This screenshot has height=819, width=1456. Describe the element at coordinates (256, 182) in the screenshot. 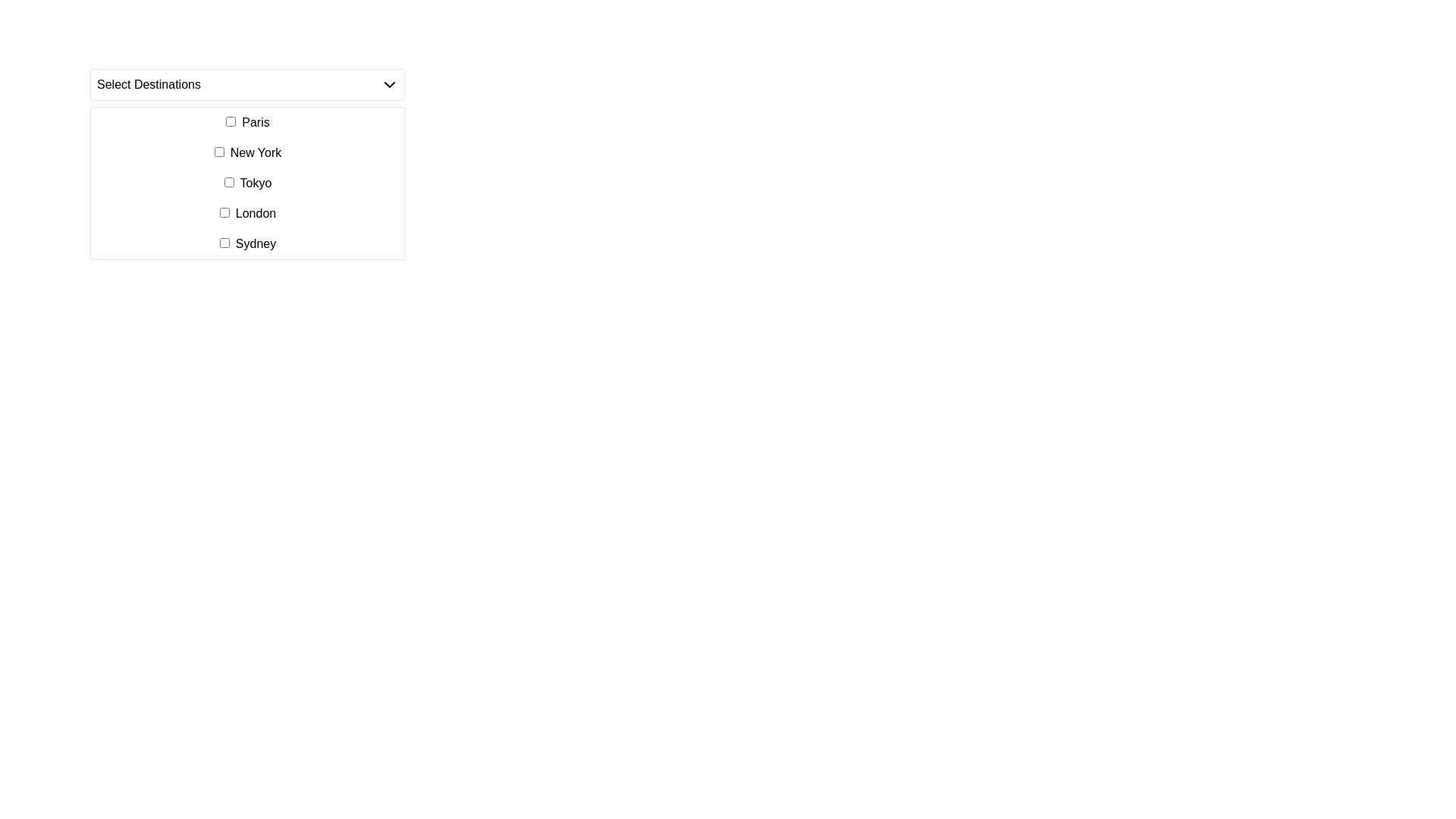

I see `label for the checkbox option 'Tokyo' within the 'Select Destinations' dropdown menu, which is the third item in the list` at that location.